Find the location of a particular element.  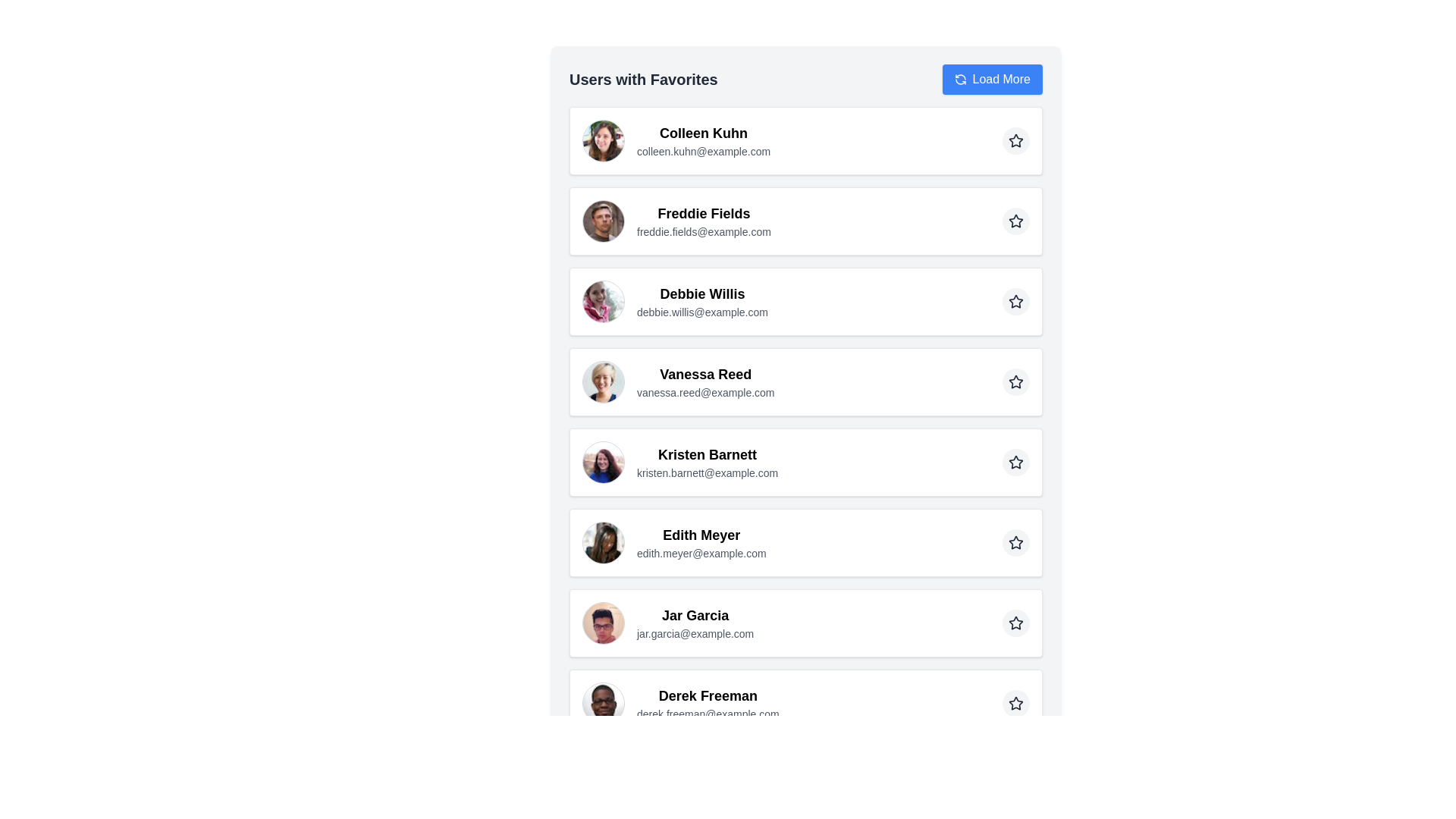

the star-shaped icon located to the right of the user 'Debbie Willis' to unmark them as a favorite is located at coordinates (1015, 301).